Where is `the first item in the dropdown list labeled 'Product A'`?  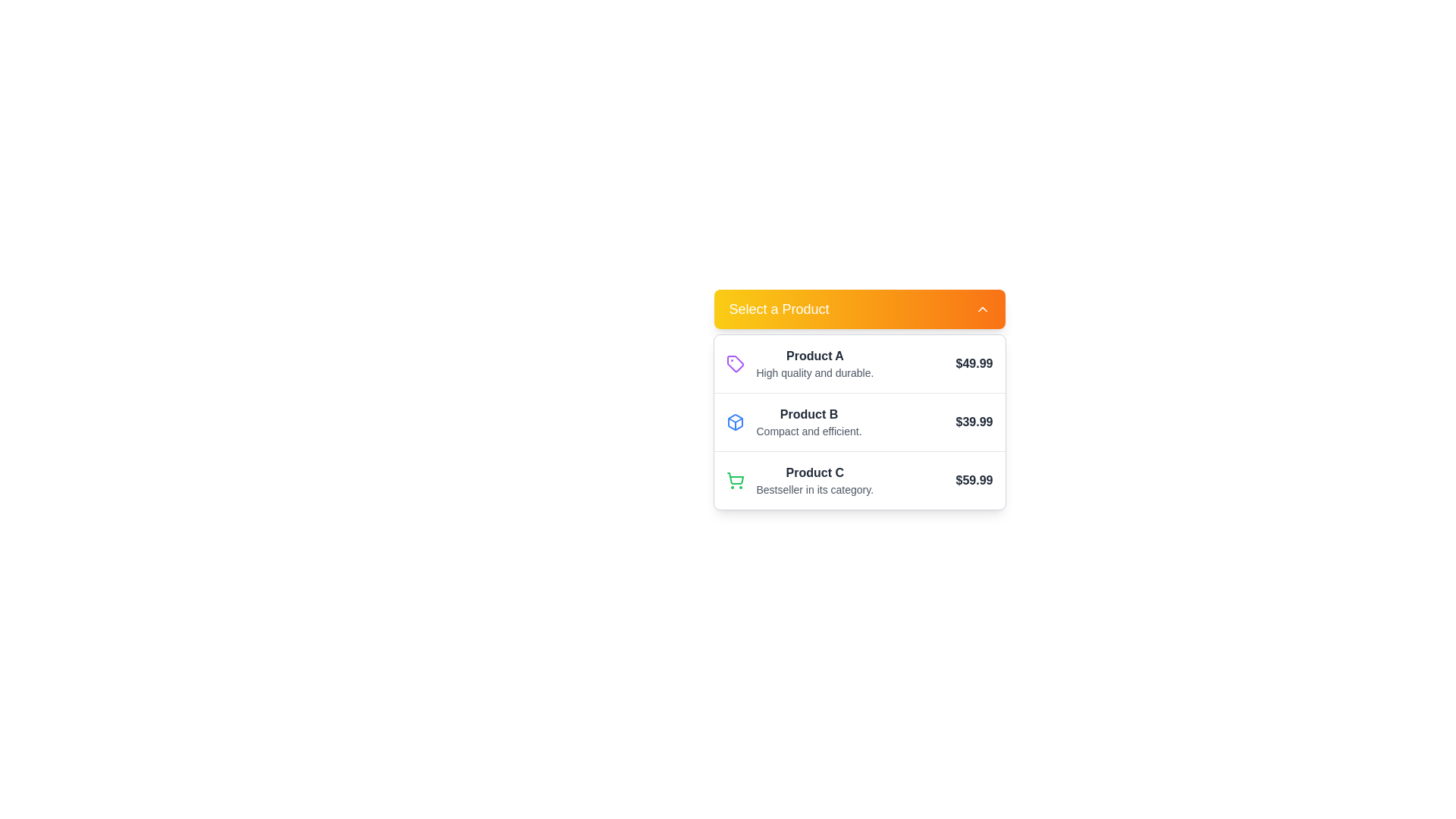
the first item in the dropdown list labeled 'Product A' is located at coordinates (859, 363).